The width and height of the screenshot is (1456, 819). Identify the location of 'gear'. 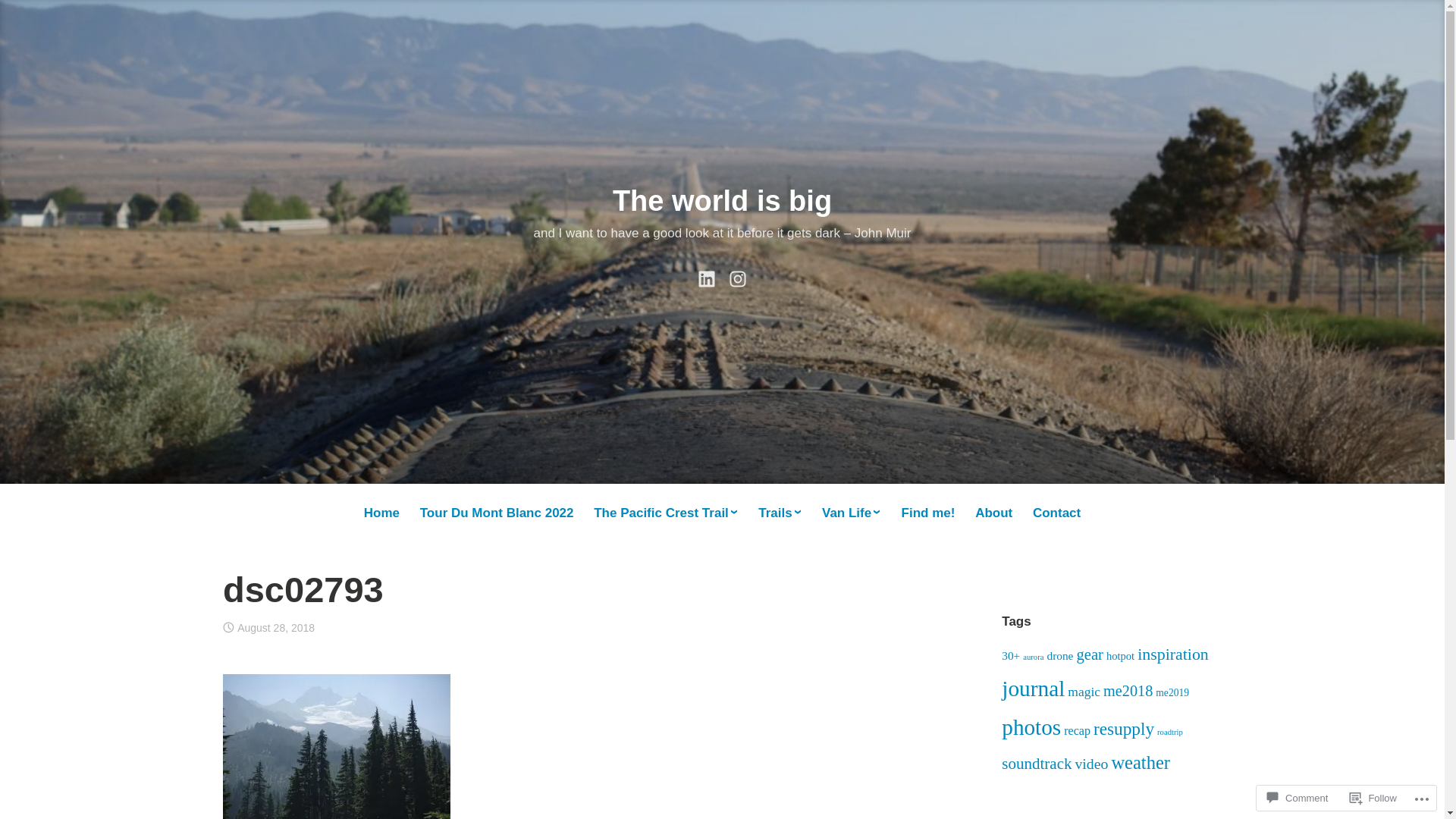
(1088, 654).